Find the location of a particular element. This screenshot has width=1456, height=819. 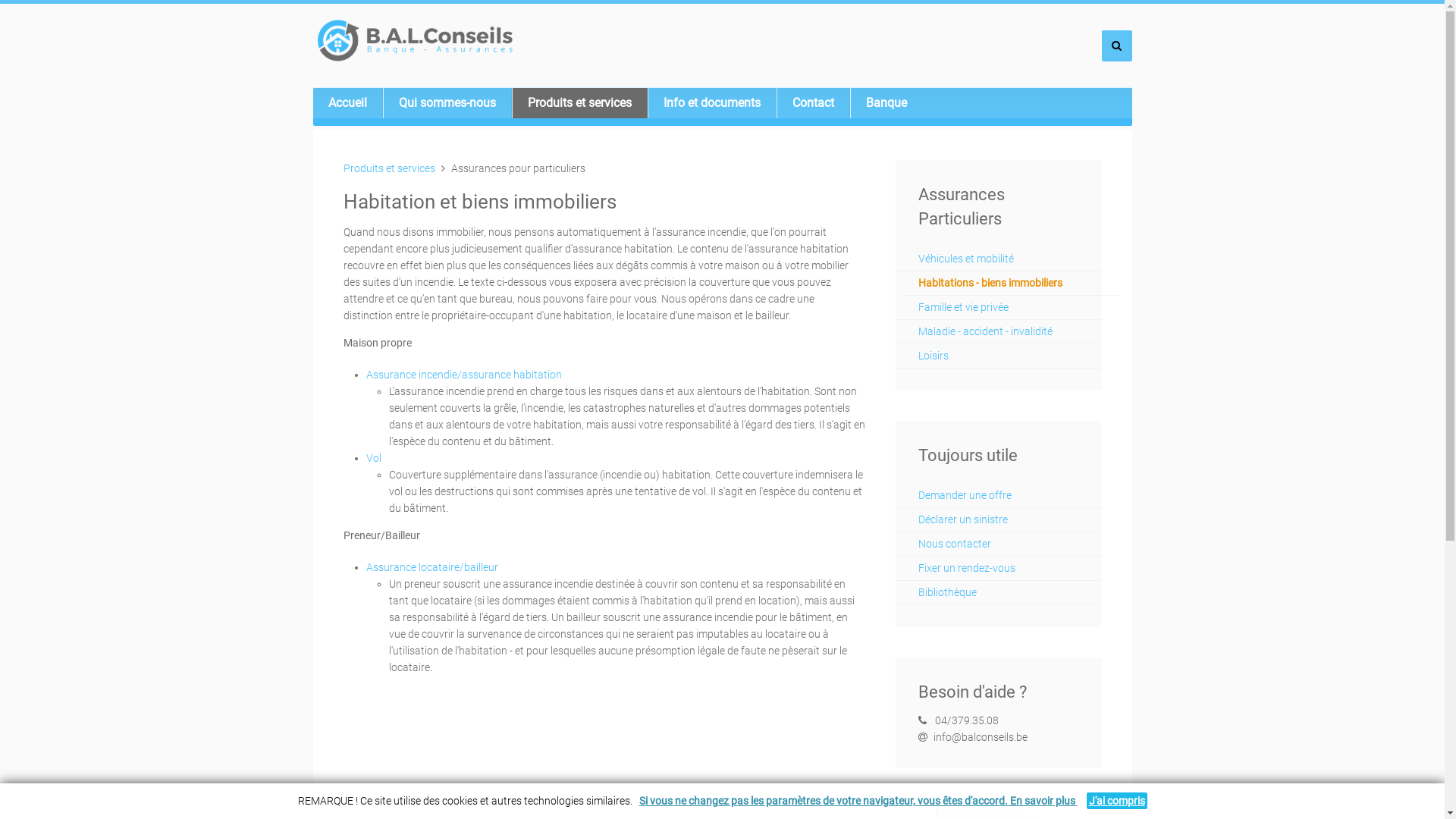

'Produits et services' is located at coordinates (388, 168).